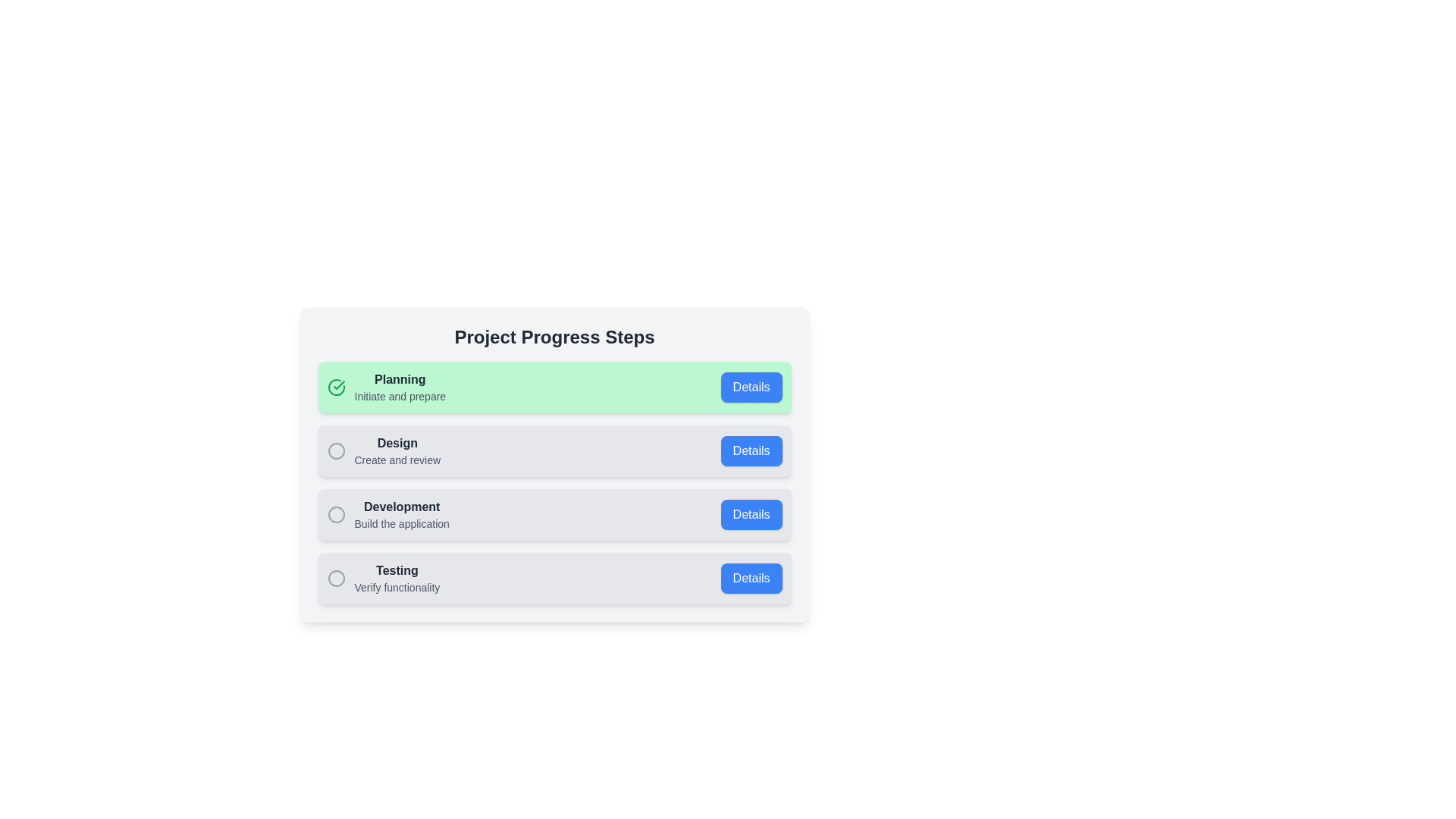  I want to click on 'Details' button for the Development step, so click(751, 513).